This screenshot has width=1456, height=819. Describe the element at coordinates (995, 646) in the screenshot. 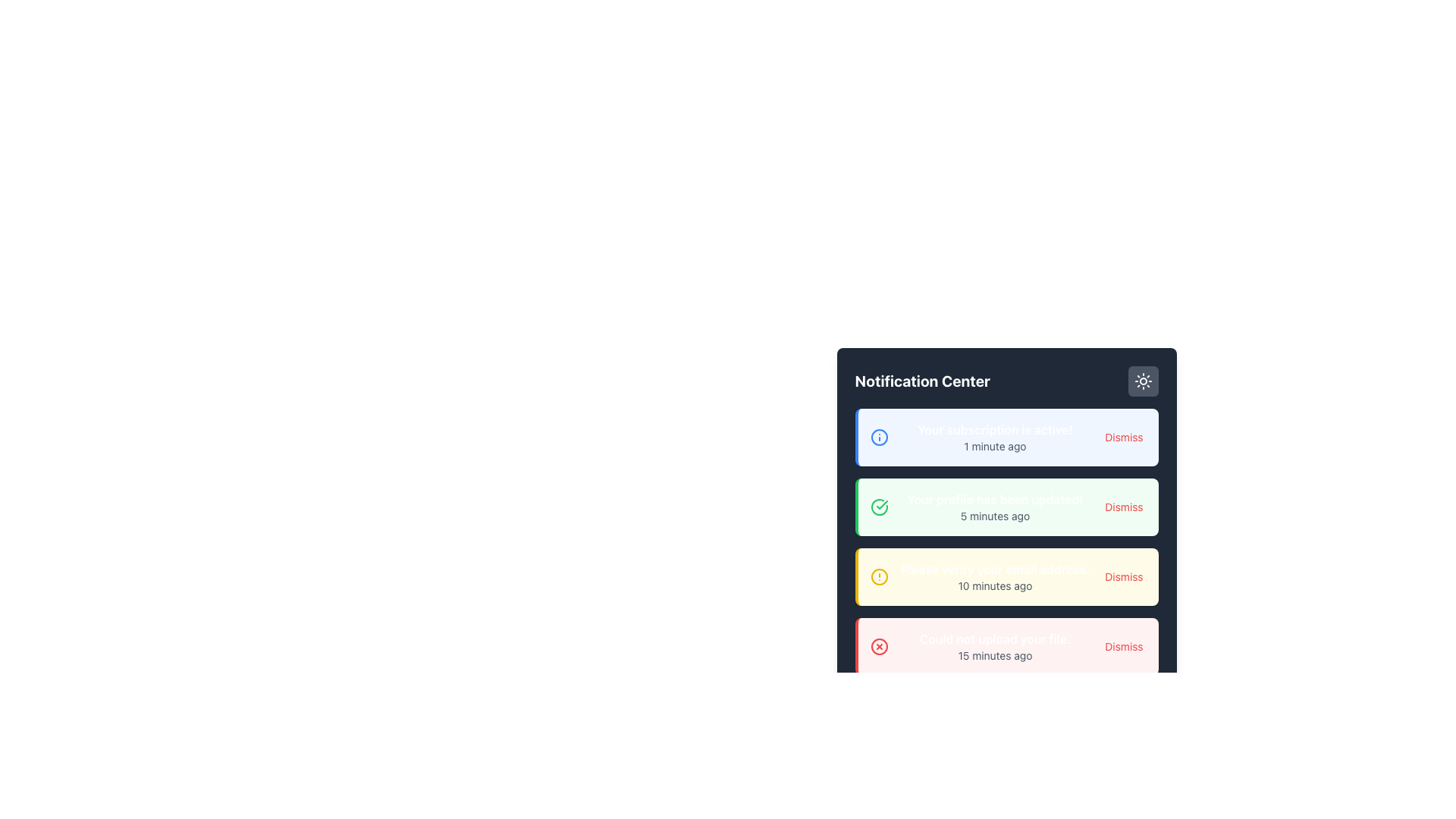

I see `informational feedback text displayed in the notification card about the upload failure, which is located at the bottom of the notification list in the 'Notification Center'` at that location.